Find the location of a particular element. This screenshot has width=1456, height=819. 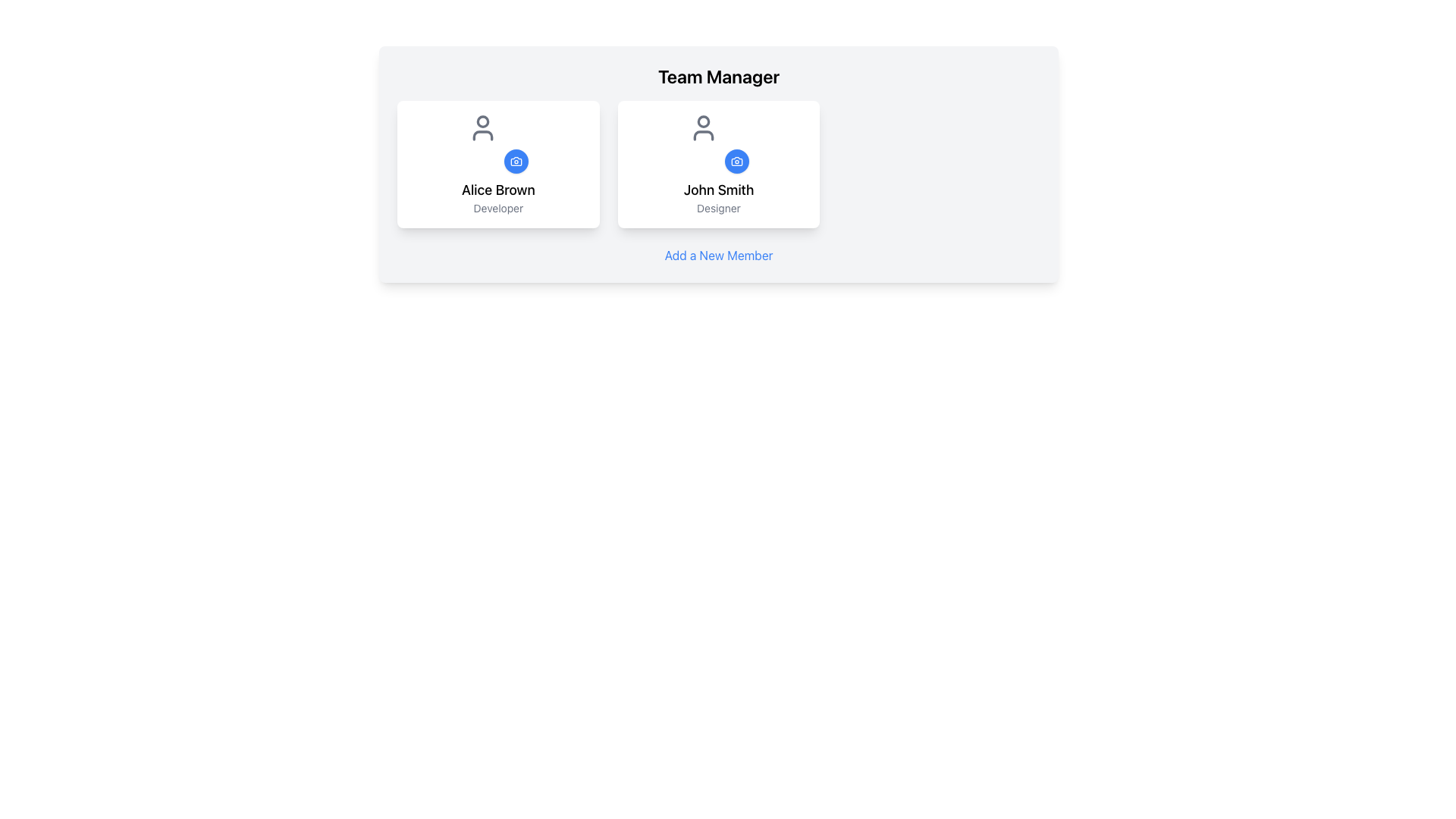

the text label displaying 'Designer' located directly below the name 'John Smith' in the user information card is located at coordinates (717, 208).